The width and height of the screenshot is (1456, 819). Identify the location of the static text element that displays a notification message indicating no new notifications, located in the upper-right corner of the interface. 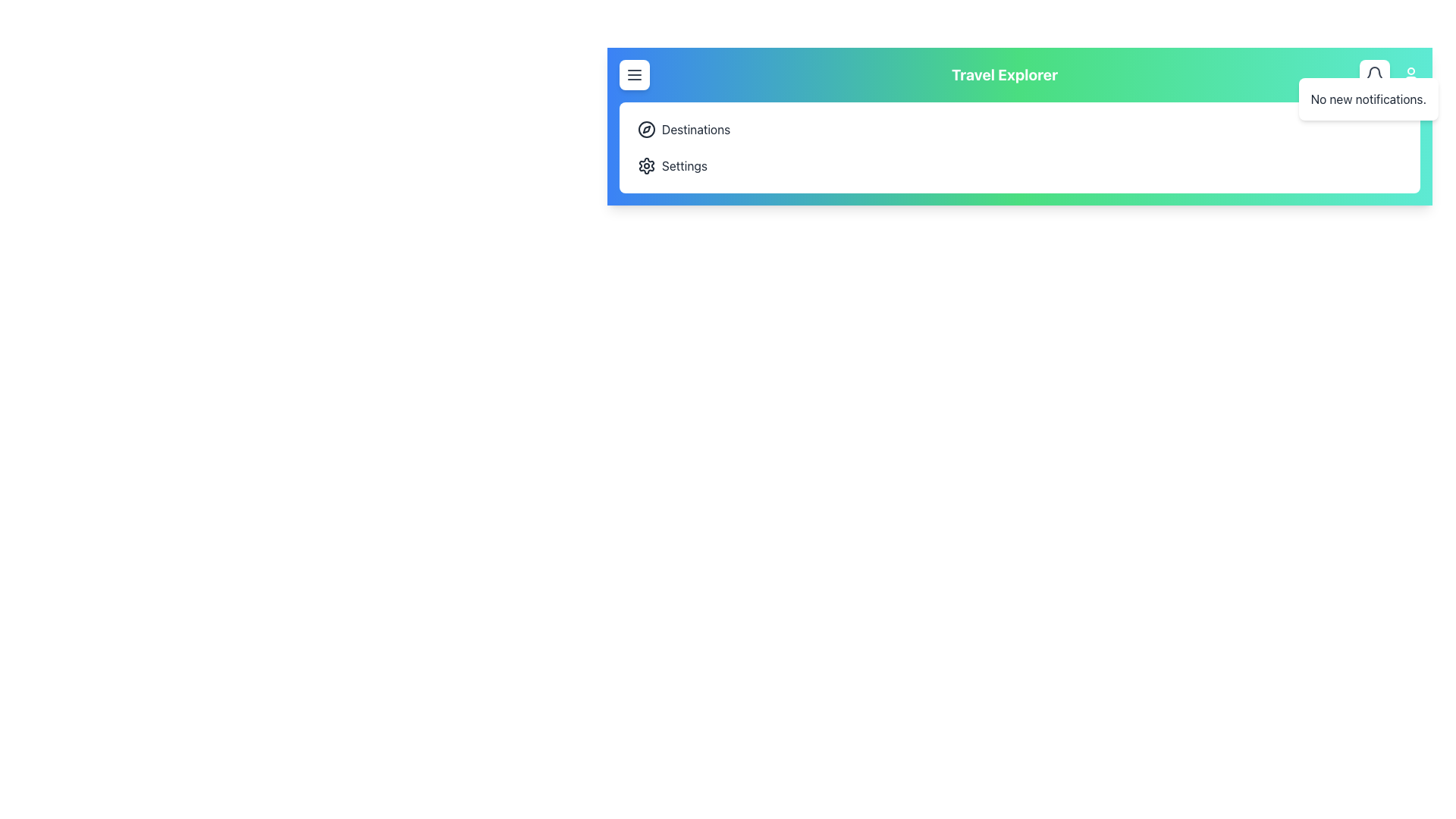
(1368, 99).